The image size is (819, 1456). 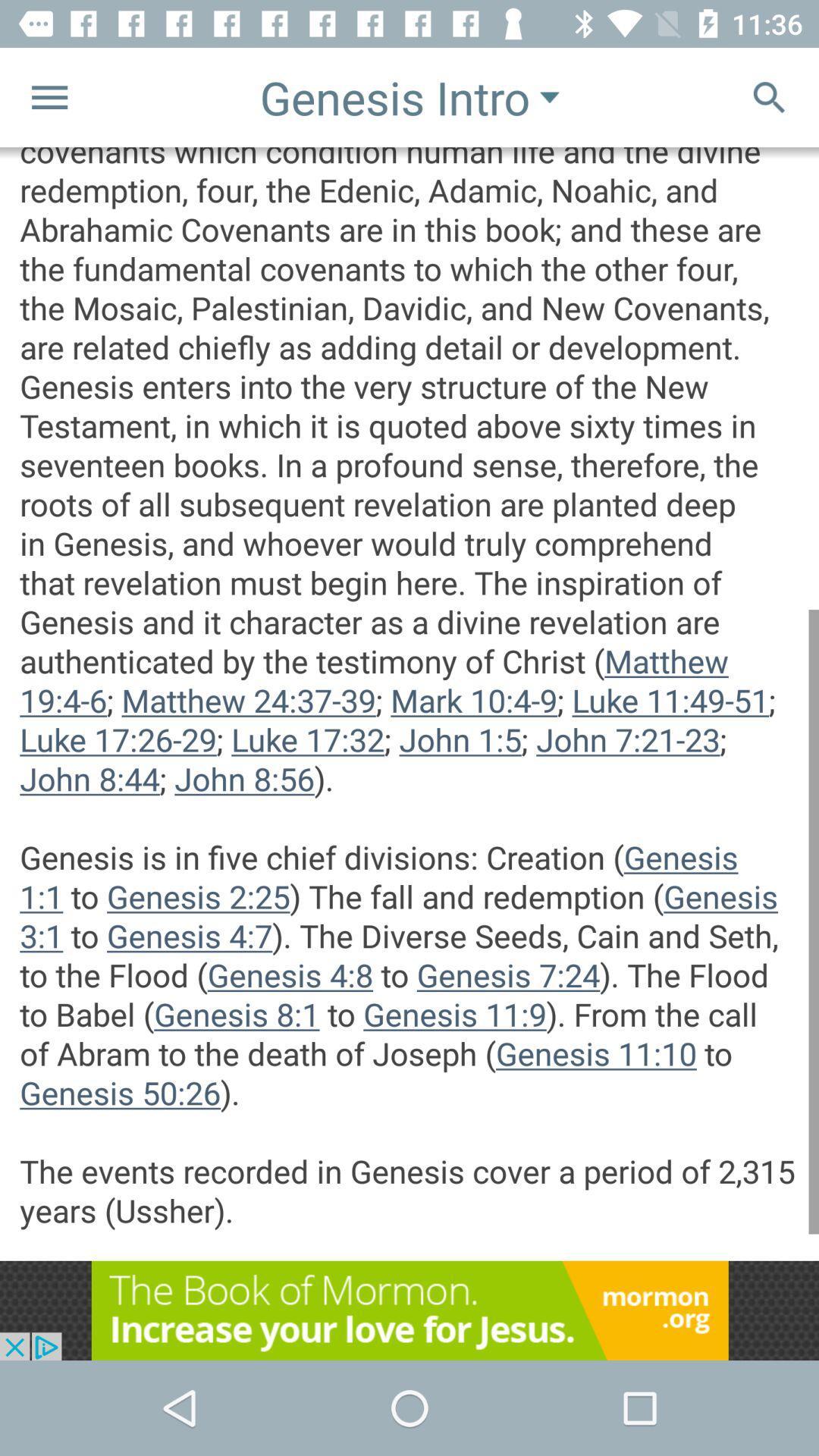 What do you see at coordinates (409, 1310) in the screenshot?
I see `advertisement` at bounding box center [409, 1310].